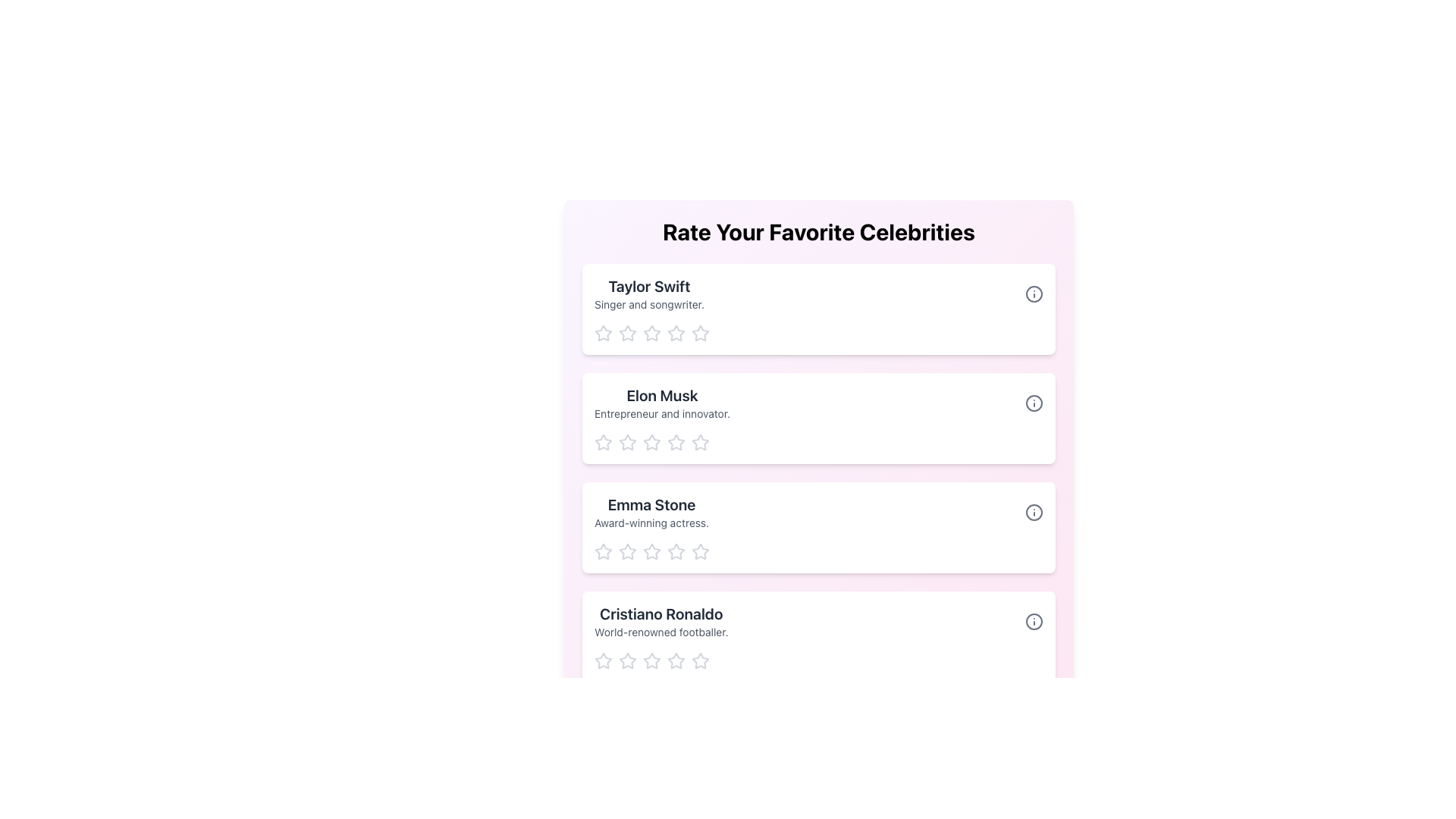 The image size is (1456, 819). Describe the element at coordinates (1033, 512) in the screenshot. I see `the small gray circular icon at the right edge of the row labeled 'Emma Stone'` at that location.